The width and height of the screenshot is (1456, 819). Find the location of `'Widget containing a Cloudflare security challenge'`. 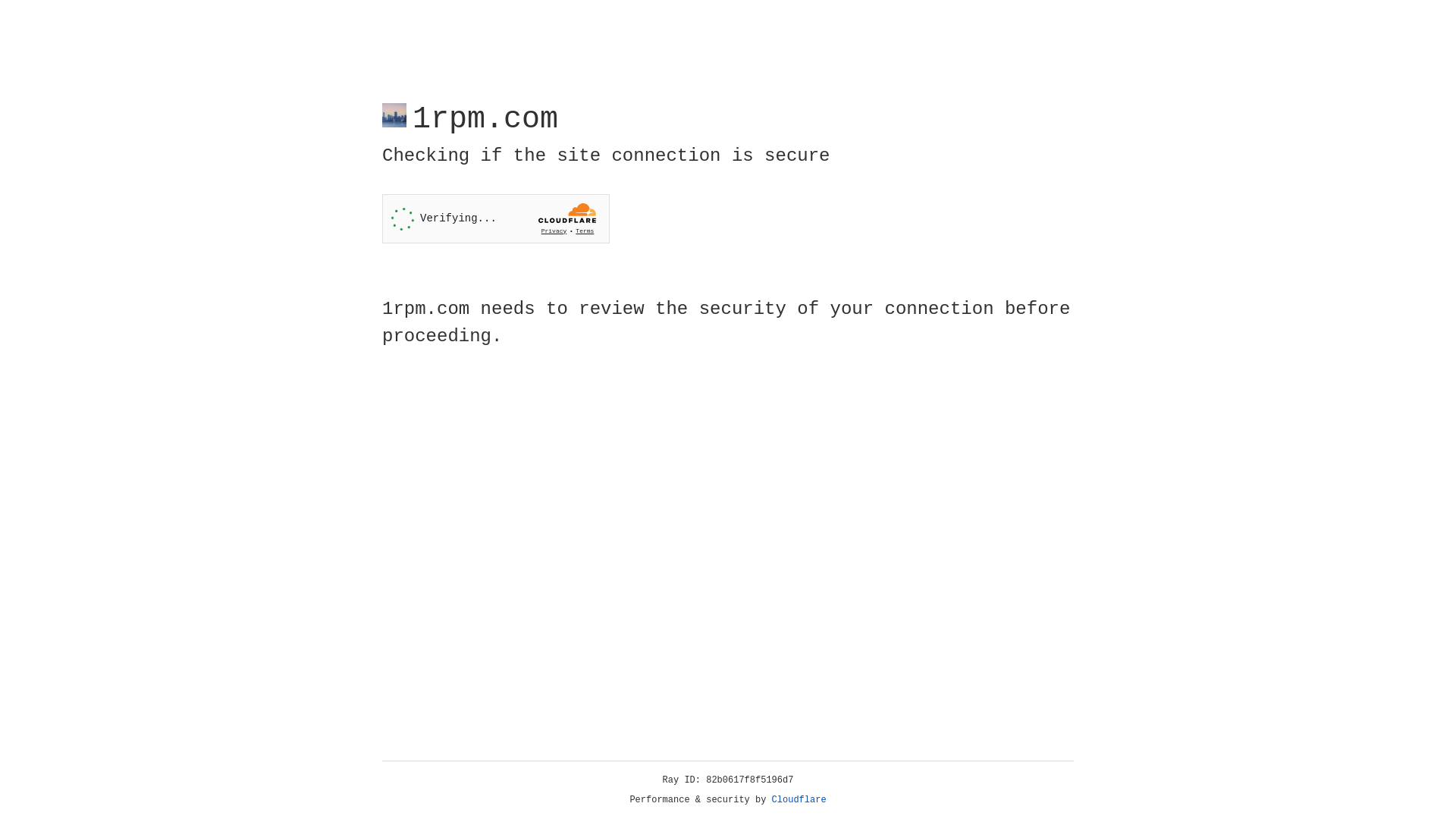

'Widget containing a Cloudflare security challenge' is located at coordinates (495, 218).